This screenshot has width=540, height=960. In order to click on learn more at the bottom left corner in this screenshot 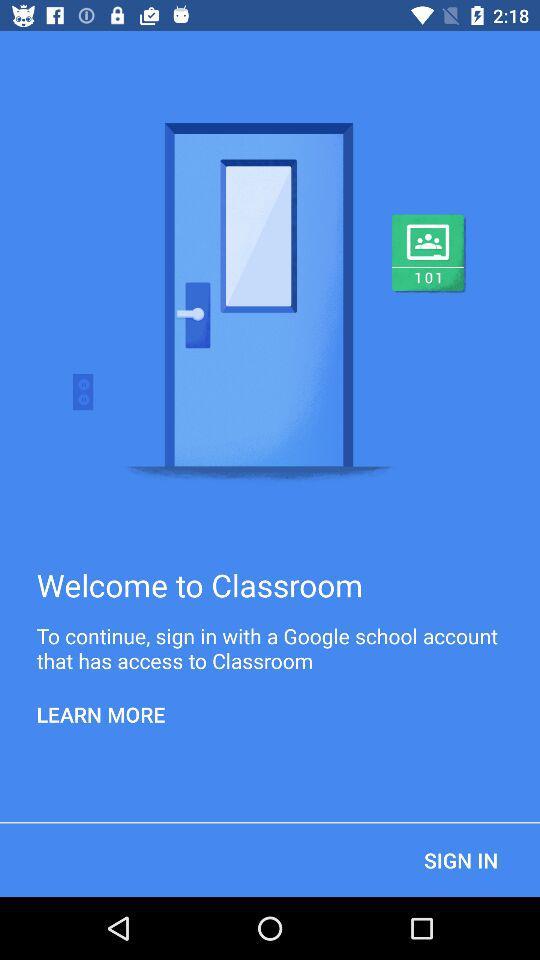, I will do `click(100, 714)`.